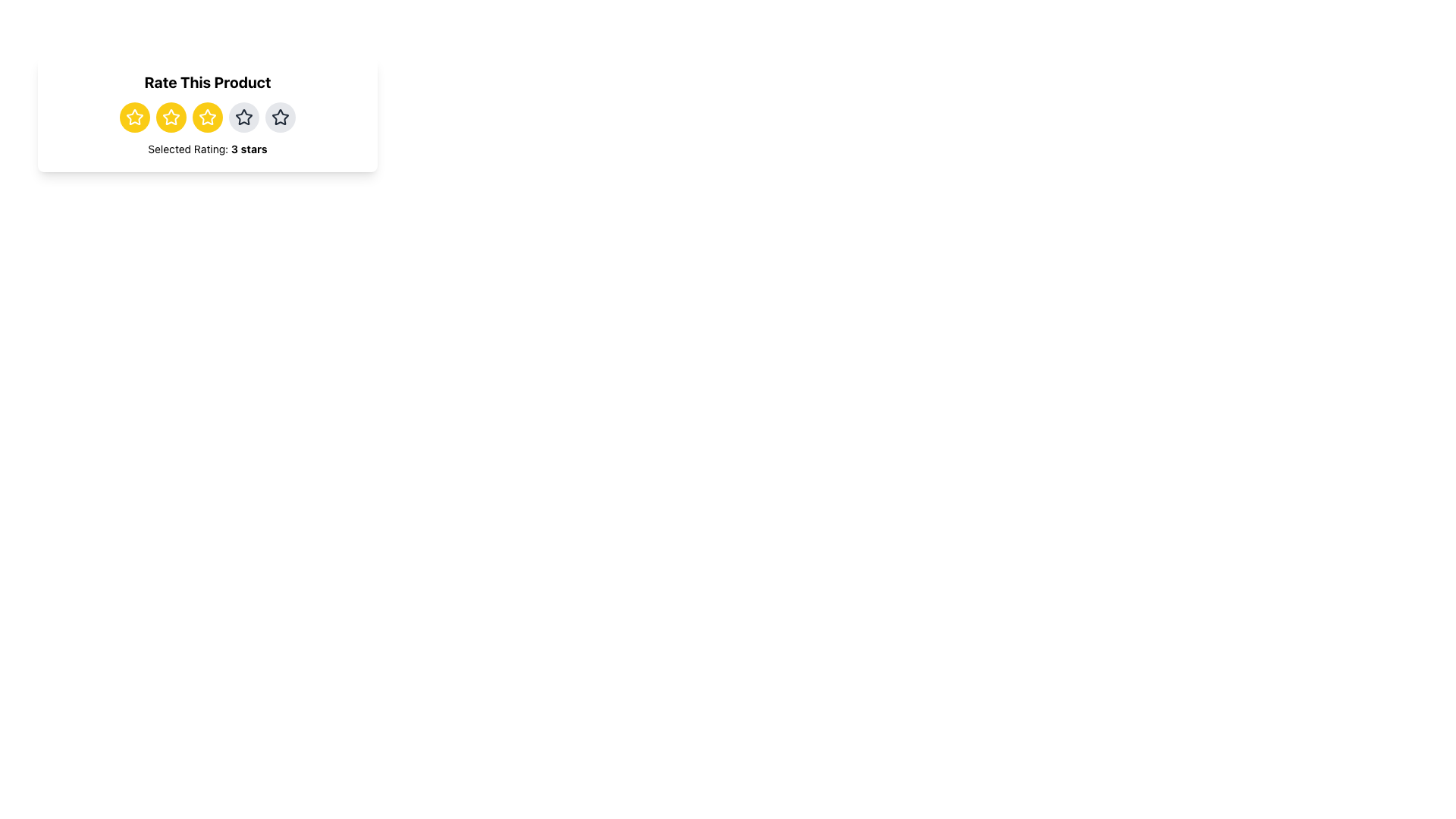  Describe the element at coordinates (243, 116) in the screenshot. I see `the circular light gray button with a black outlined star icon, which is the fourth button from the left in a horizontal row of rating buttons` at that location.